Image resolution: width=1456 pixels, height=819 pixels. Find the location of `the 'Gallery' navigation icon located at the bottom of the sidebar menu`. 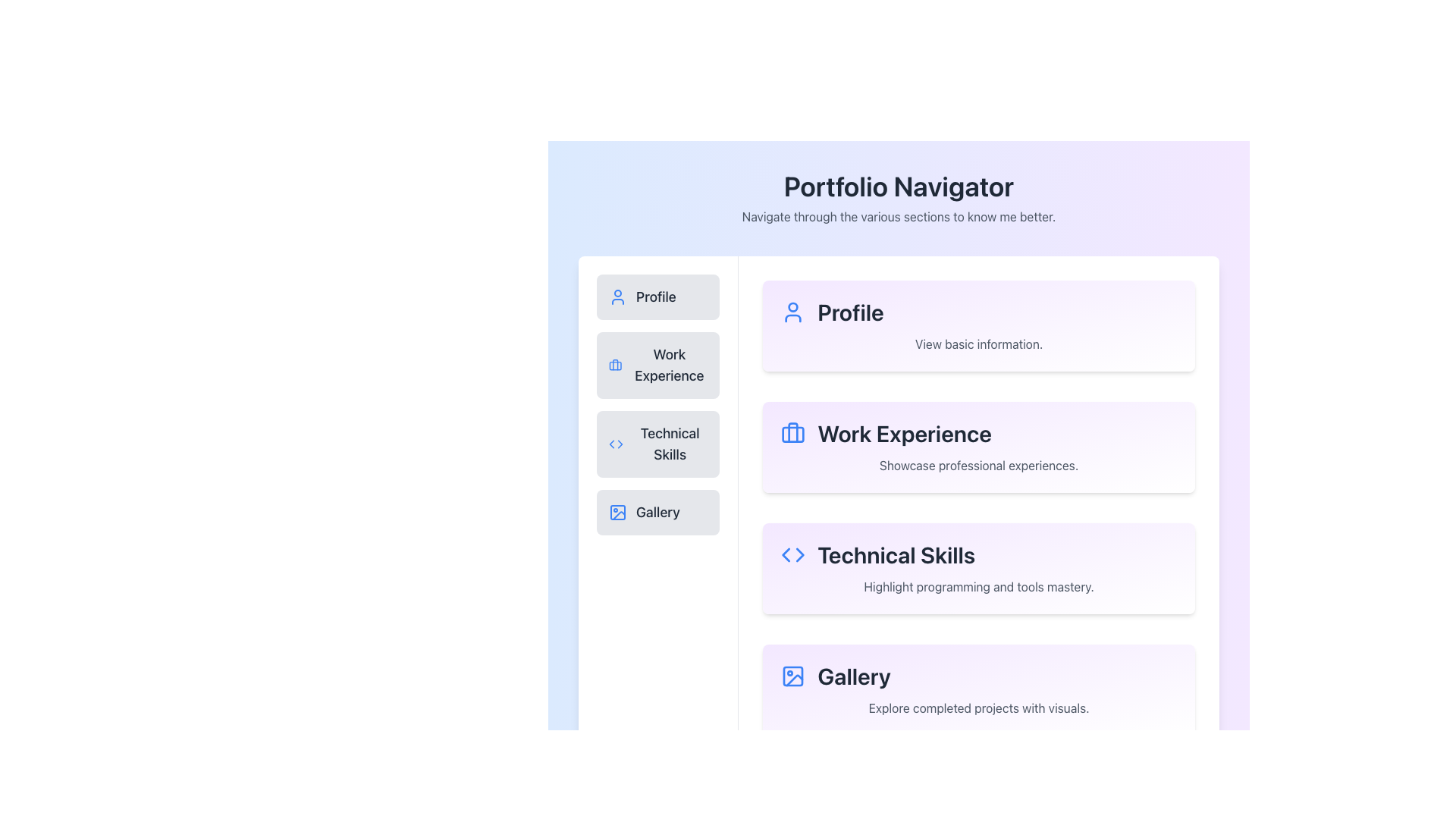

the 'Gallery' navigation icon located at the bottom of the sidebar menu is located at coordinates (618, 512).